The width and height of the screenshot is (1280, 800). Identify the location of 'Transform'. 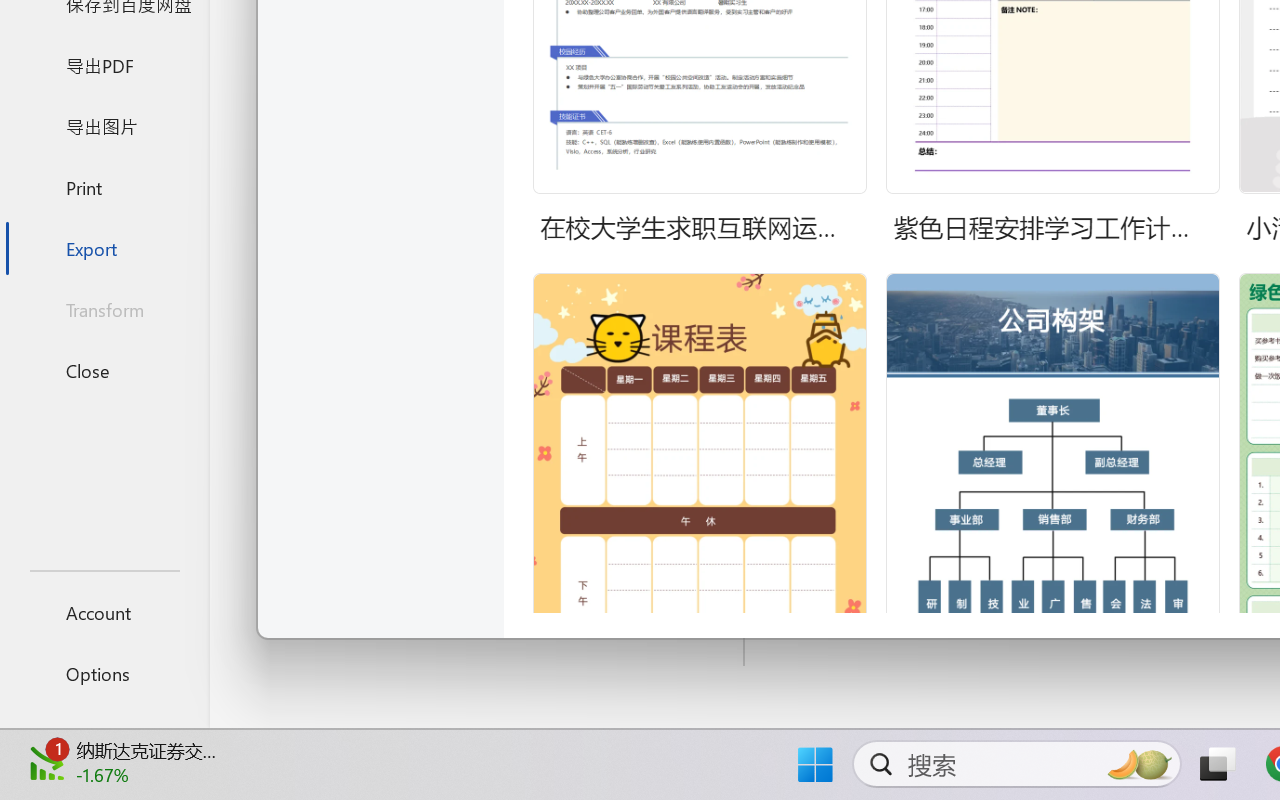
(103, 308).